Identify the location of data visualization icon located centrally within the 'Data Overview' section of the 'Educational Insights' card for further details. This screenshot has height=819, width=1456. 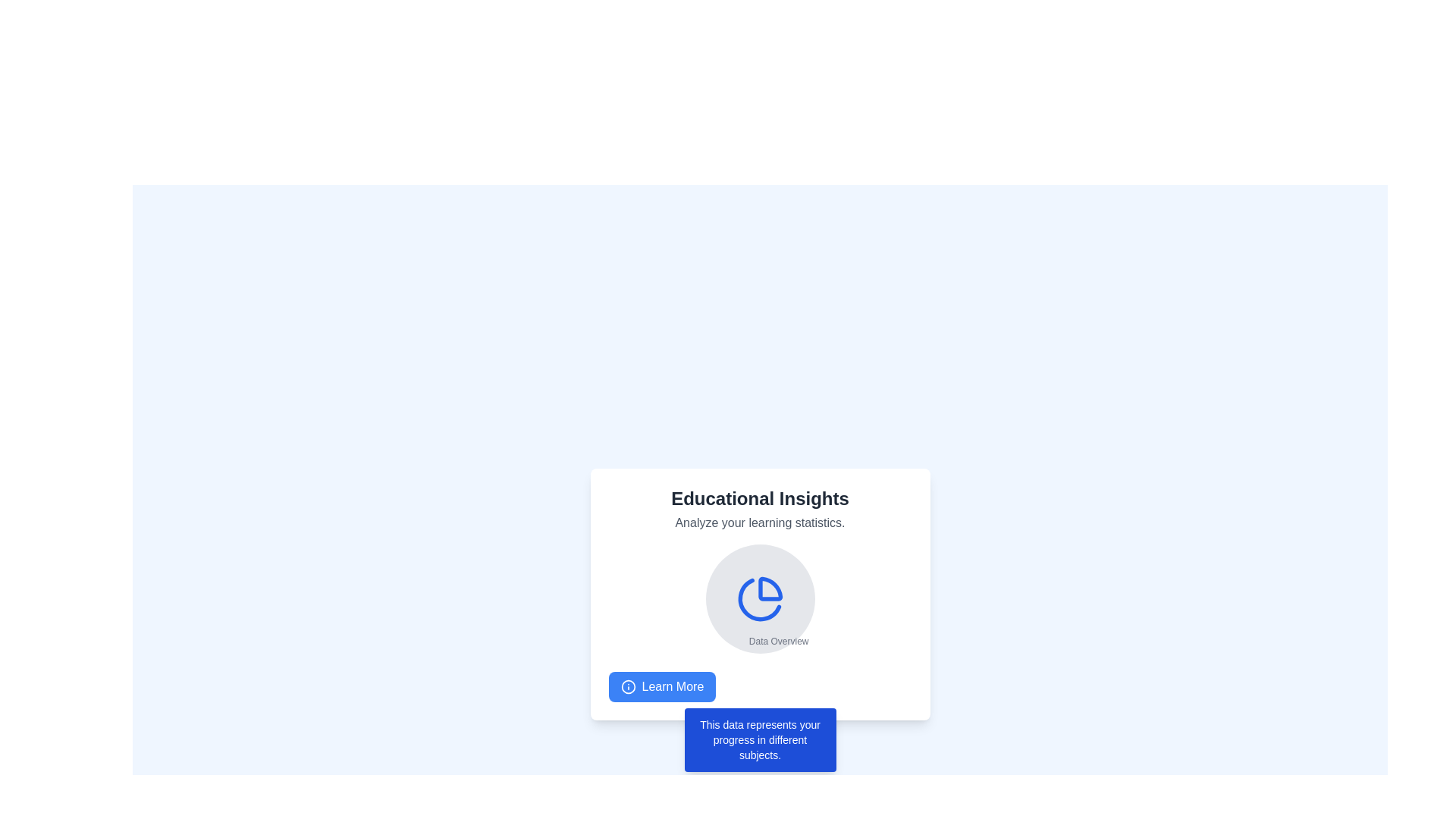
(760, 598).